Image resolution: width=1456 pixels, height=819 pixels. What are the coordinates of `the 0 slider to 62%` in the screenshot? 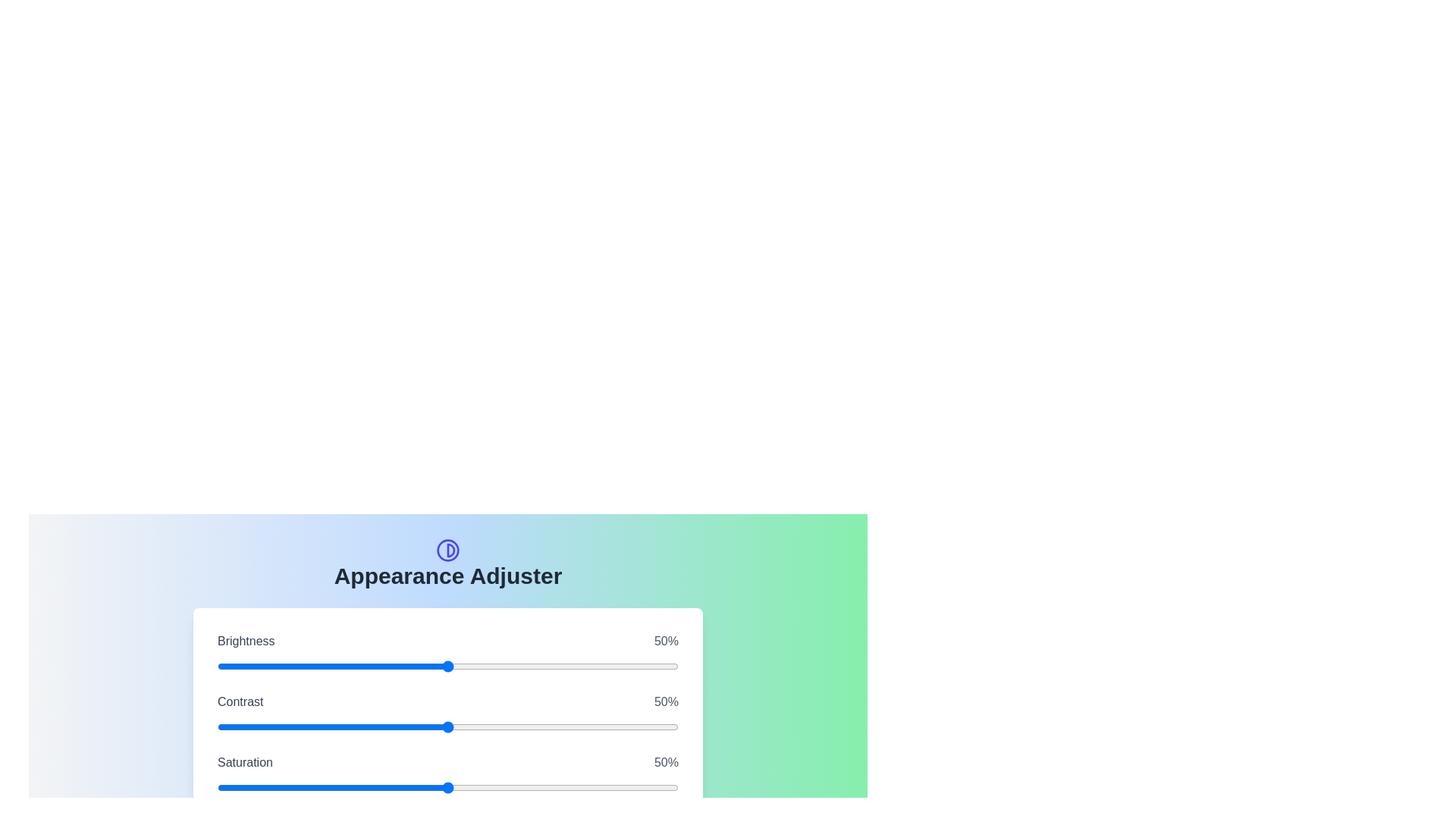 It's located at (590, 666).